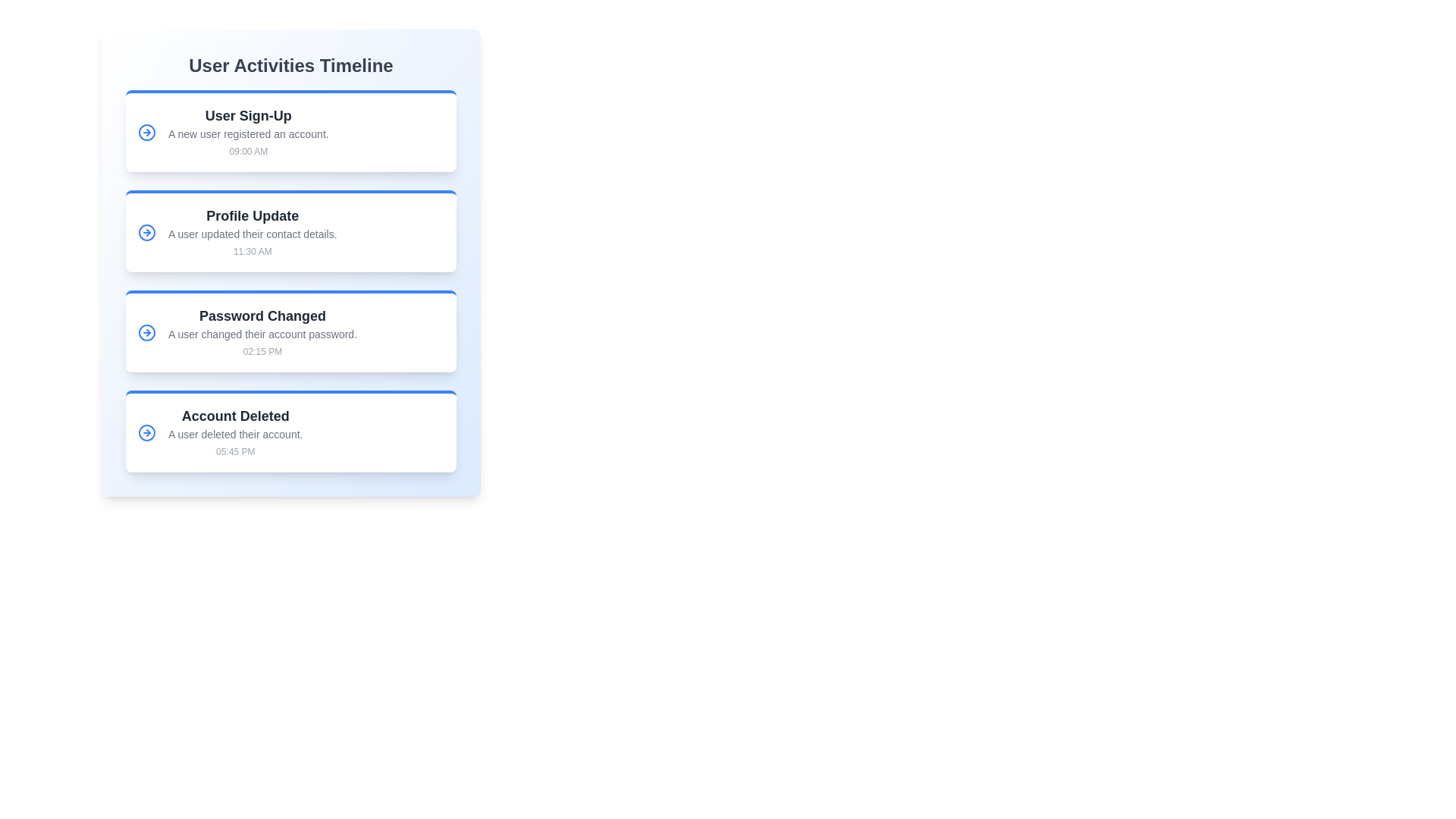 This screenshot has height=819, width=1456. What do you see at coordinates (146, 332) in the screenshot?
I see `the circle icon with a blue outline and a right-pointing arrow, which is located to the left of the 'Password Changed' label in the timeline interface` at bounding box center [146, 332].